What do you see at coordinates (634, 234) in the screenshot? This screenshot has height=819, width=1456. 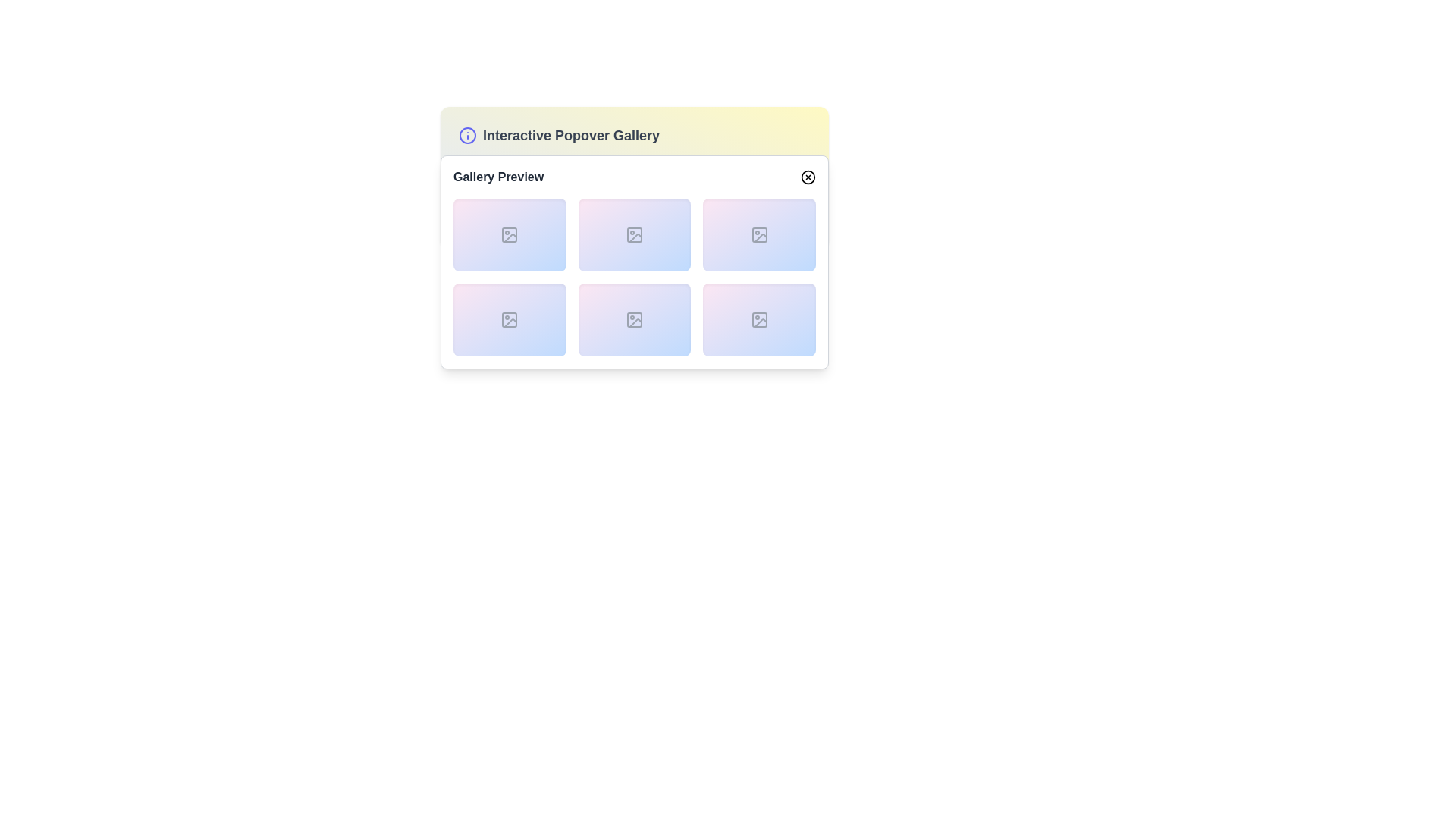 I see `the light gray decorative box with rounded corners located in the second placeholder image of the top row in the popover gallery interface` at bounding box center [634, 234].